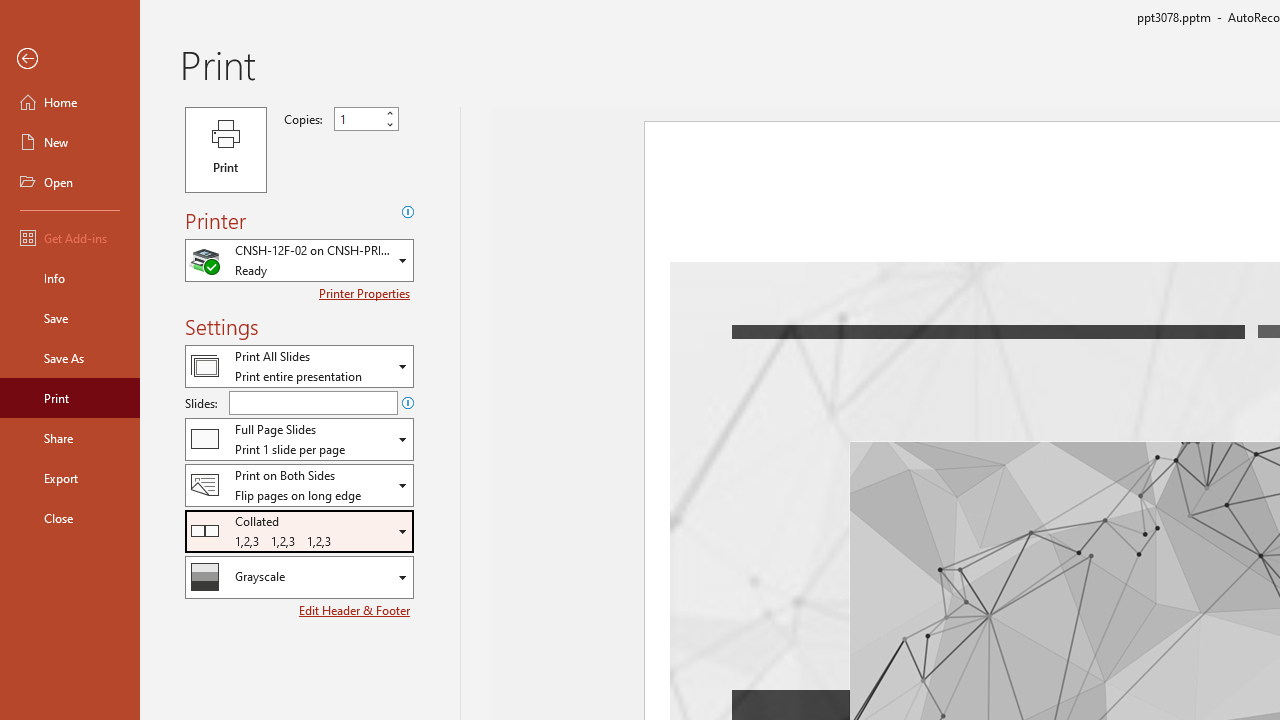 This screenshot has width=1280, height=720. I want to click on 'Copies', so click(366, 119).